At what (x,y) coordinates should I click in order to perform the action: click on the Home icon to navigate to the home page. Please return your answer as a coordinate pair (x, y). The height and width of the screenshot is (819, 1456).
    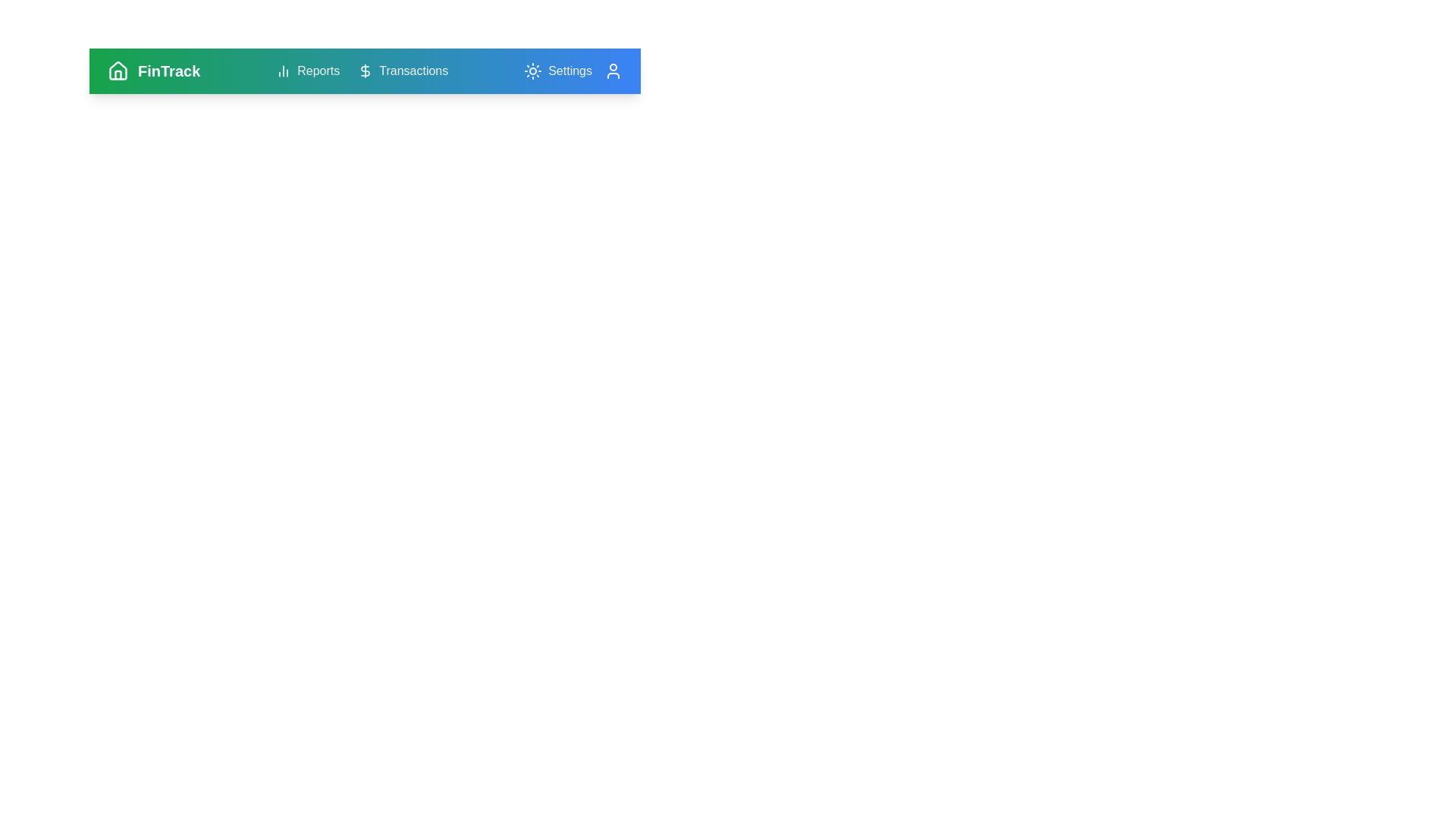
    Looking at the image, I should click on (118, 71).